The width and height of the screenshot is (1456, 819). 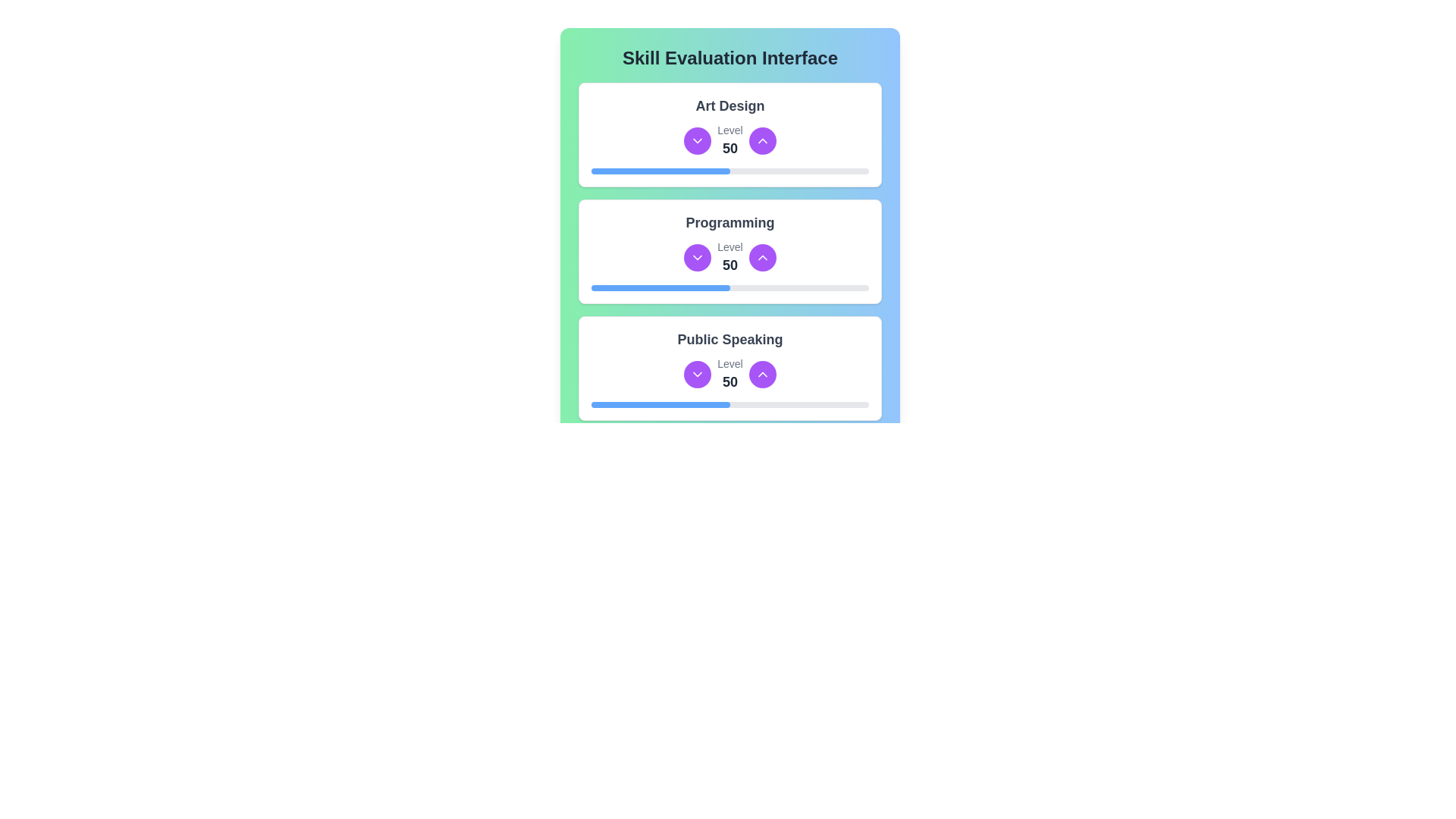 What do you see at coordinates (661, 288) in the screenshot?
I see `the progress bar segment indicating 50% completion of the 'Programming' skill, located in the second skill section` at bounding box center [661, 288].